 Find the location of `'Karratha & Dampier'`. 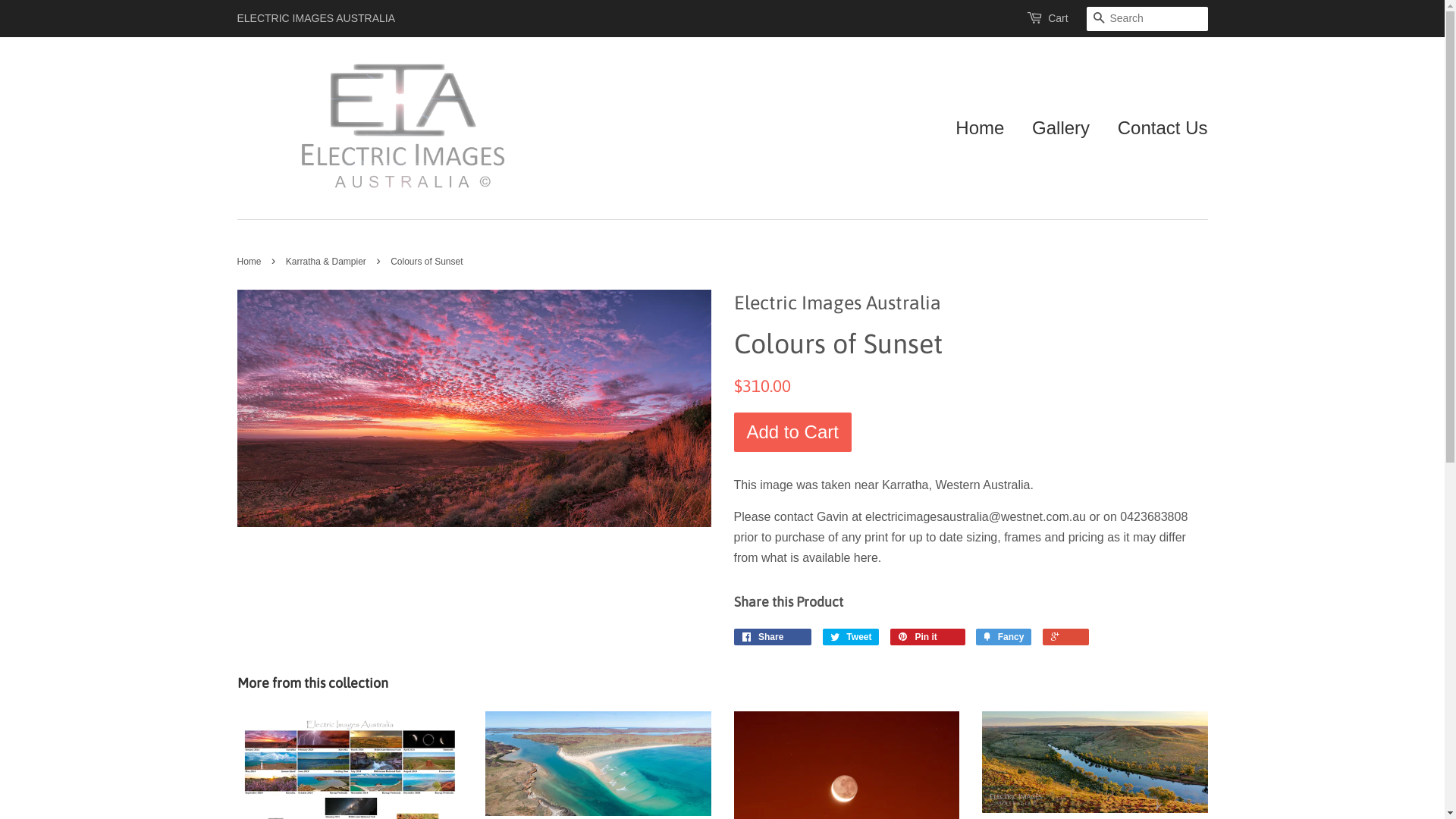

'Karratha & Dampier' is located at coordinates (327, 260).